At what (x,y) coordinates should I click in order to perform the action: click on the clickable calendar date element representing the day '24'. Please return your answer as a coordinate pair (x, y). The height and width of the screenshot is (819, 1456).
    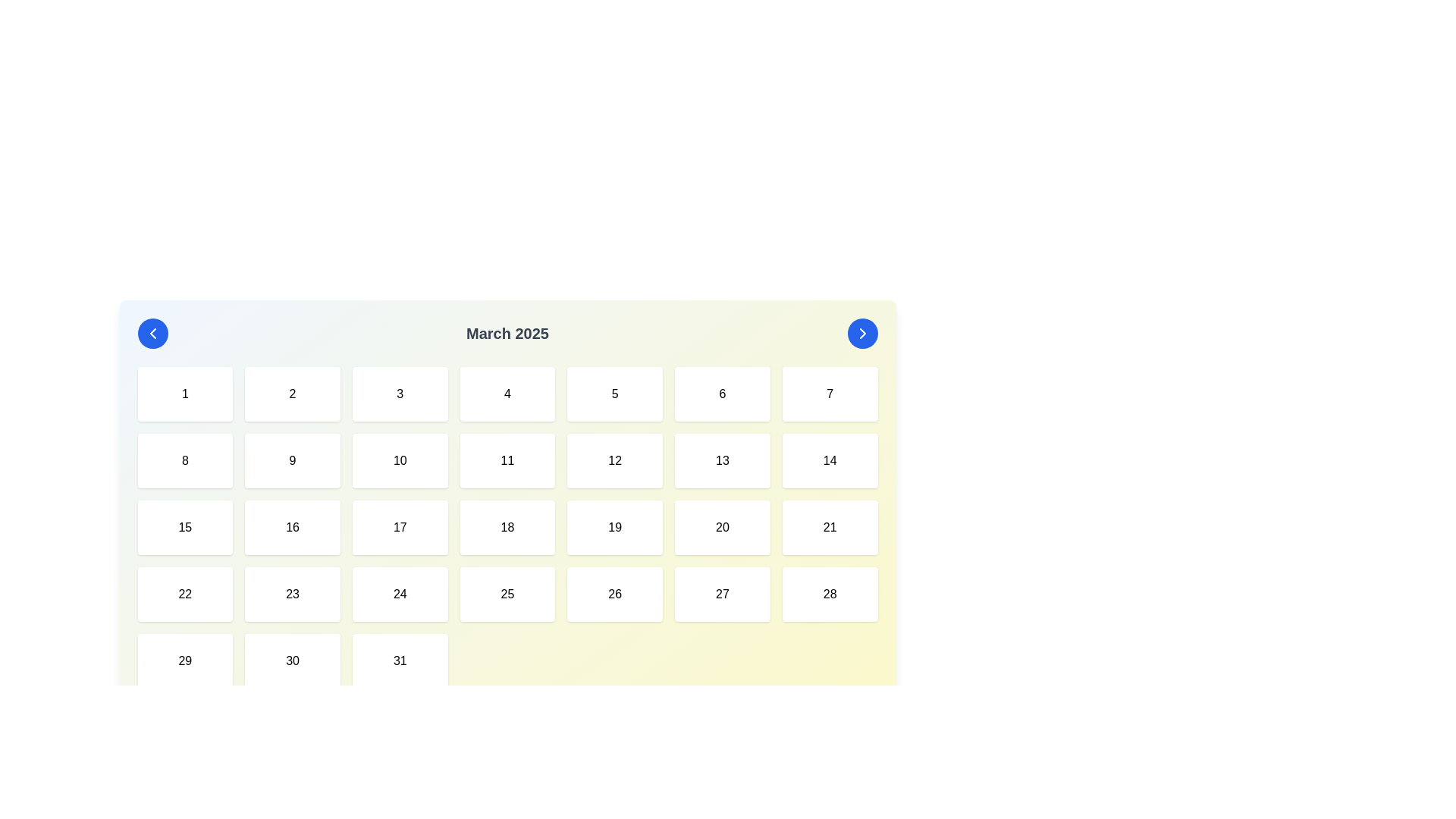
    Looking at the image, I should click on (400, 593).